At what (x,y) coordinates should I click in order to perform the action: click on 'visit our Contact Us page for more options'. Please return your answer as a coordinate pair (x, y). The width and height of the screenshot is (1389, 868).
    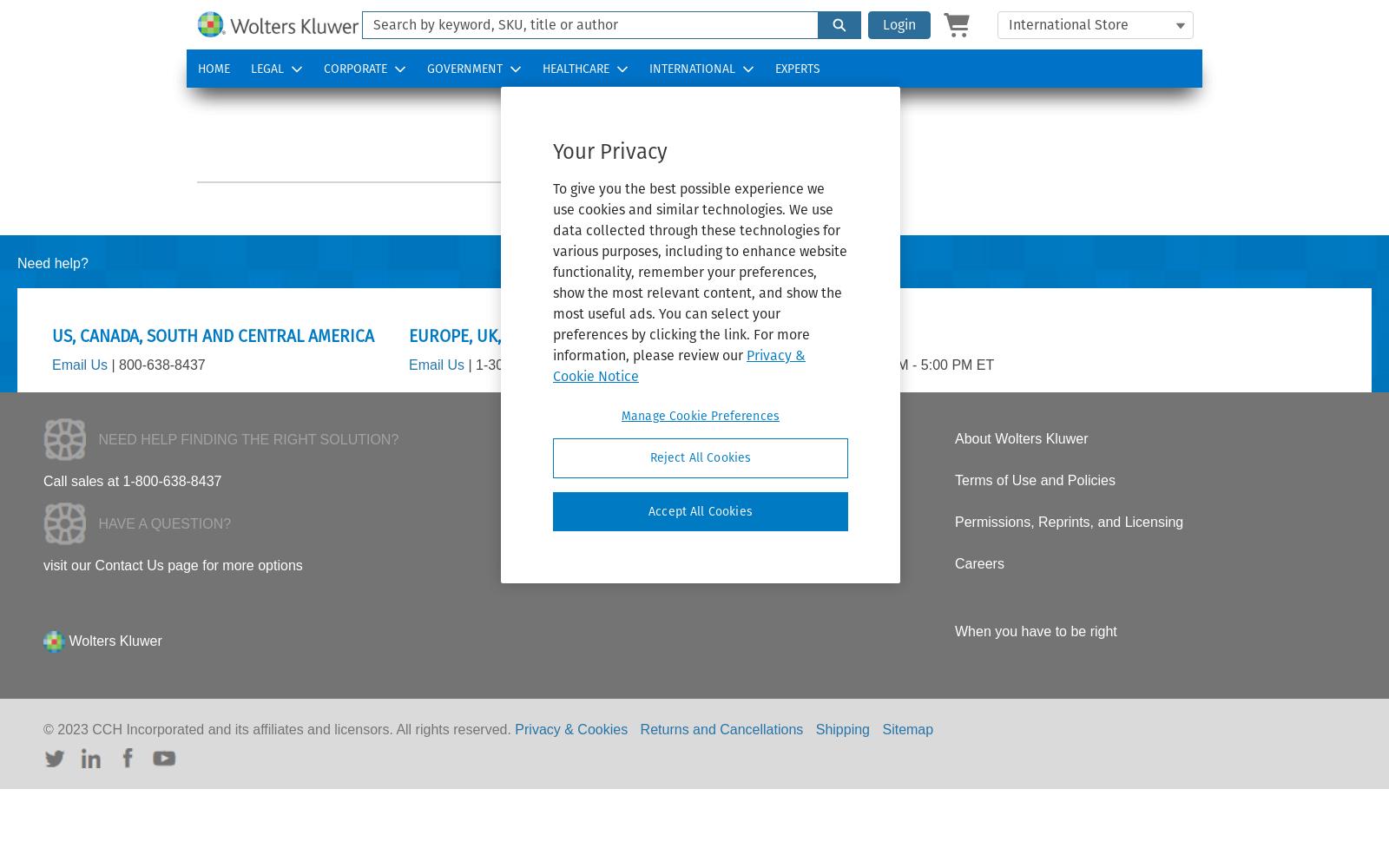
    Looking at the image, I should click on (42, 565).